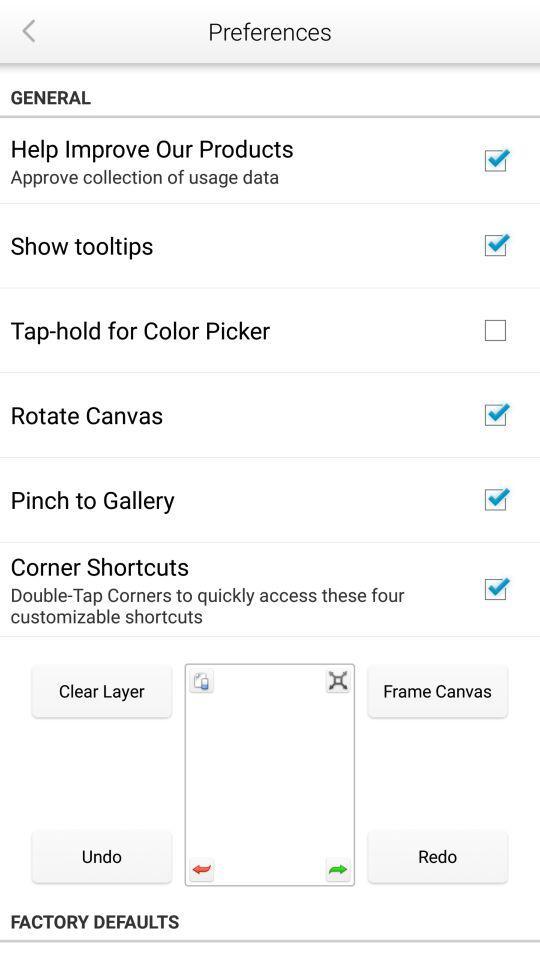  Describe the element at coordinates (27, 30) in the screenshot. I see `the arrow_backward icon` at that location.